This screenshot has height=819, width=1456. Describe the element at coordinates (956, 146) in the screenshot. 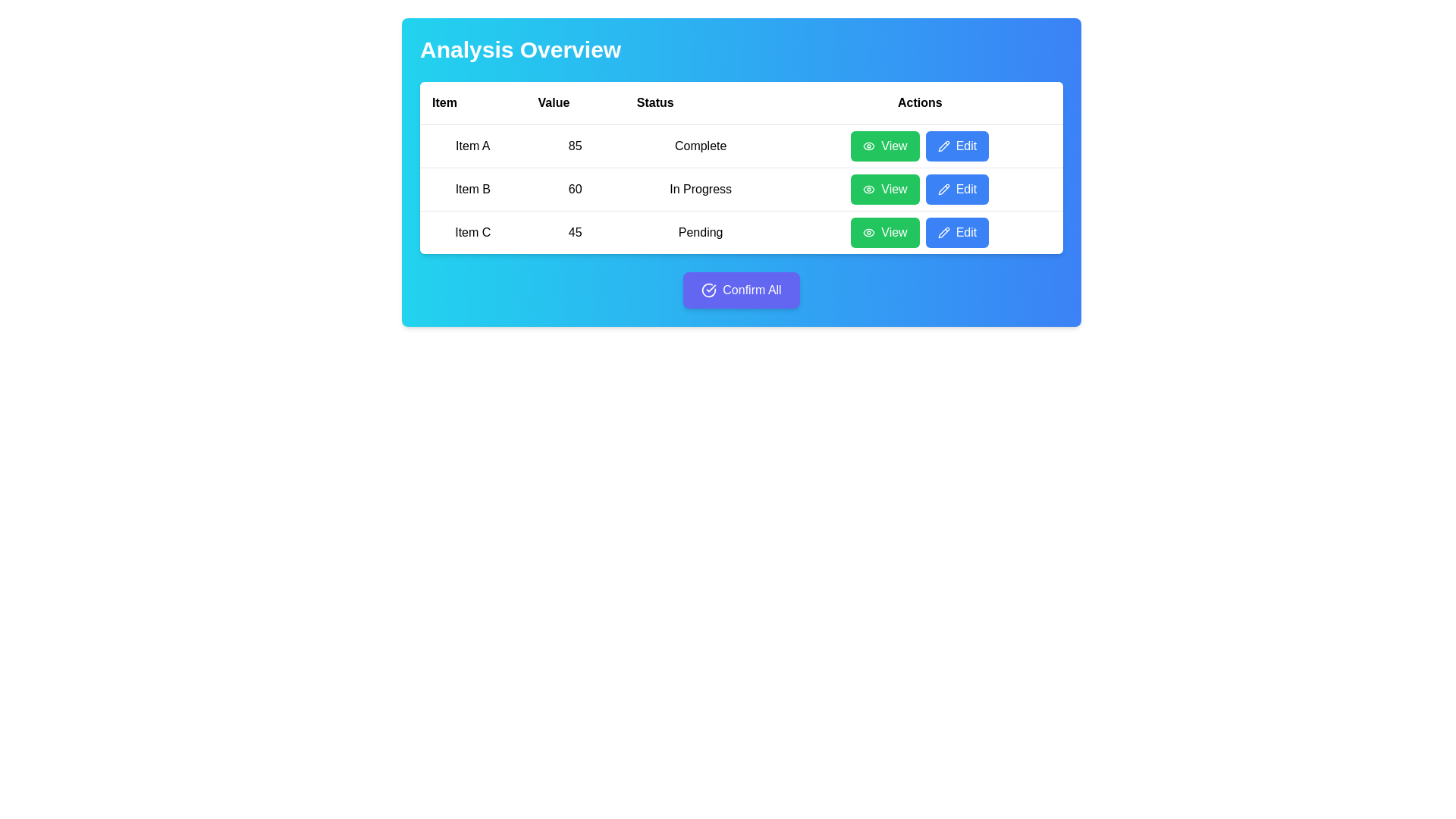

I see `the 'Edit' button, which is a blue button with white rounded edges containing a pencil icon and the text 'Edit'` at that location.